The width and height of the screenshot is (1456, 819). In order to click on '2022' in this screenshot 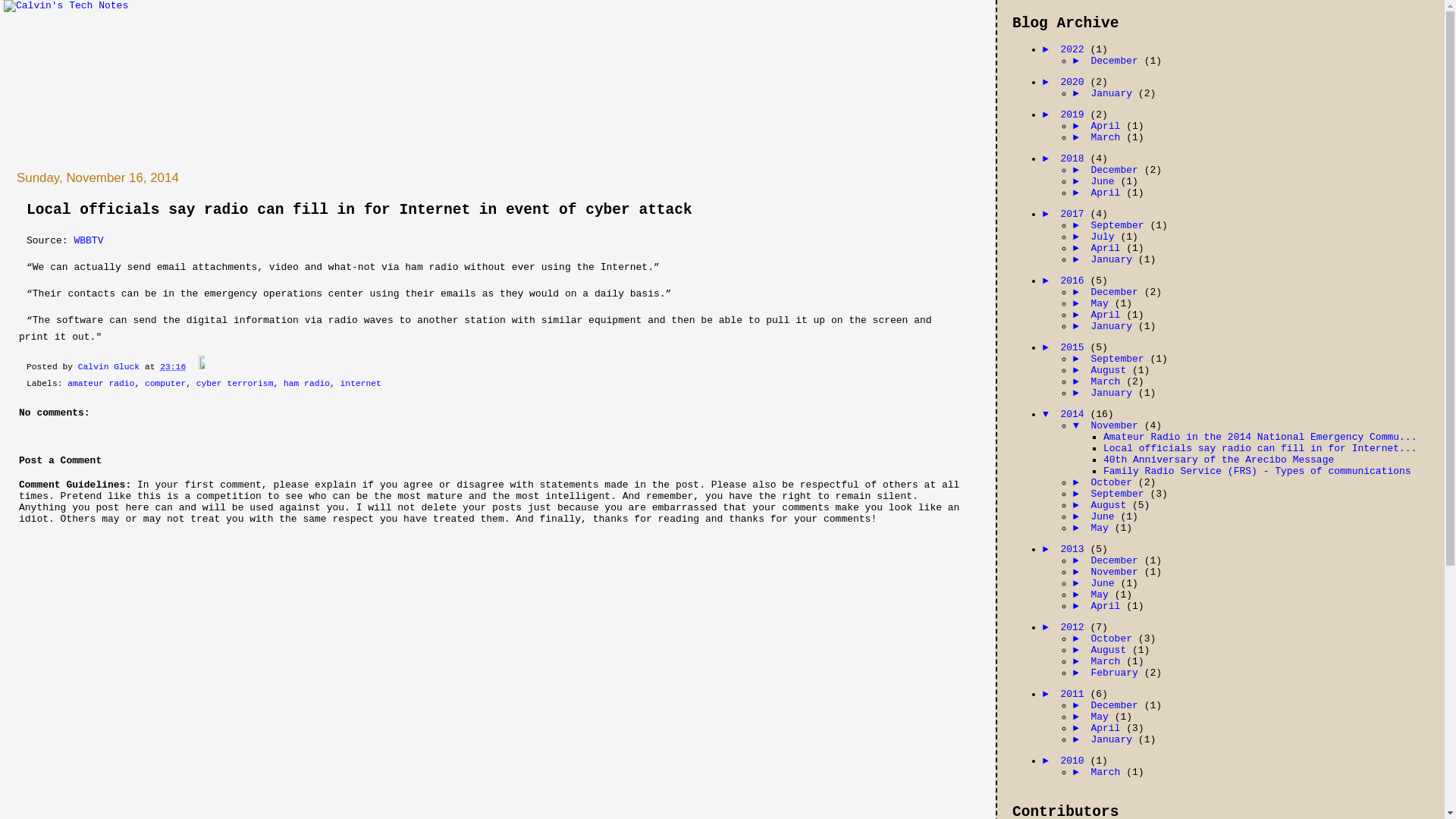, I will do `click(1074, 49)`.